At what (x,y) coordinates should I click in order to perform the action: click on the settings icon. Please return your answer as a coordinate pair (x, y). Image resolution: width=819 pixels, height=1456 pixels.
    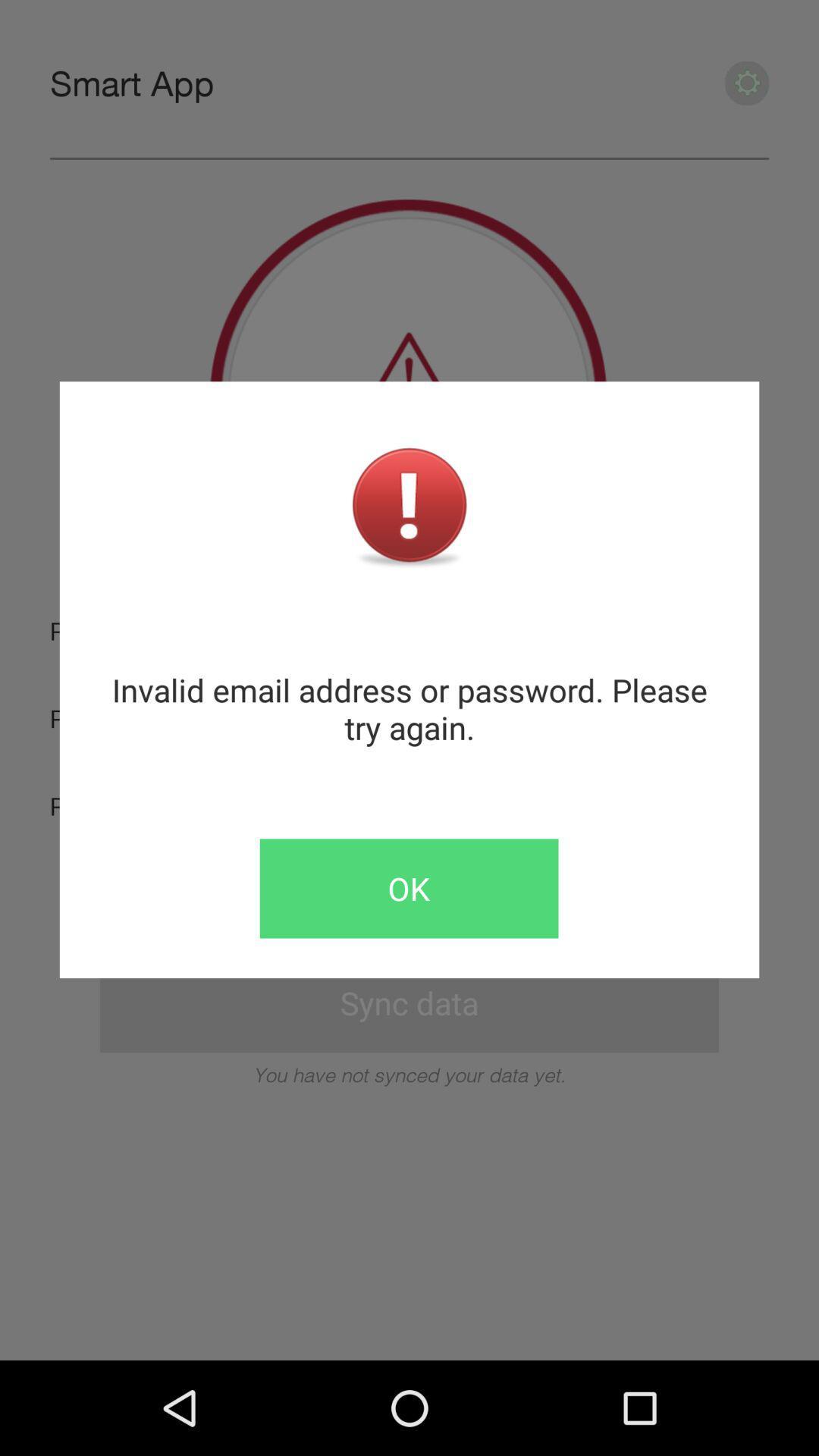
    Looking at the image, I should click on (746, 88).